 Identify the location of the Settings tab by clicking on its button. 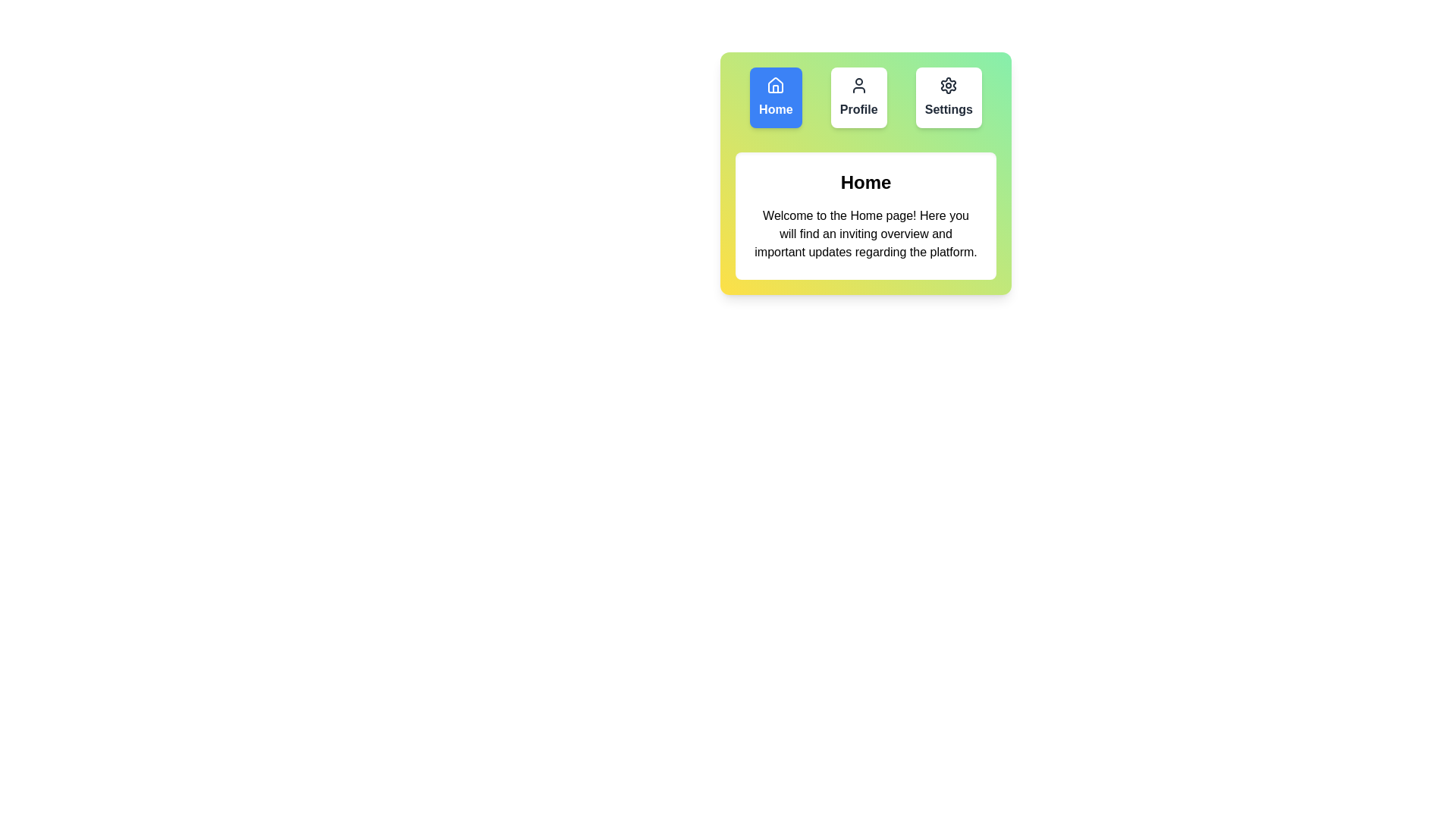
(948, 97).